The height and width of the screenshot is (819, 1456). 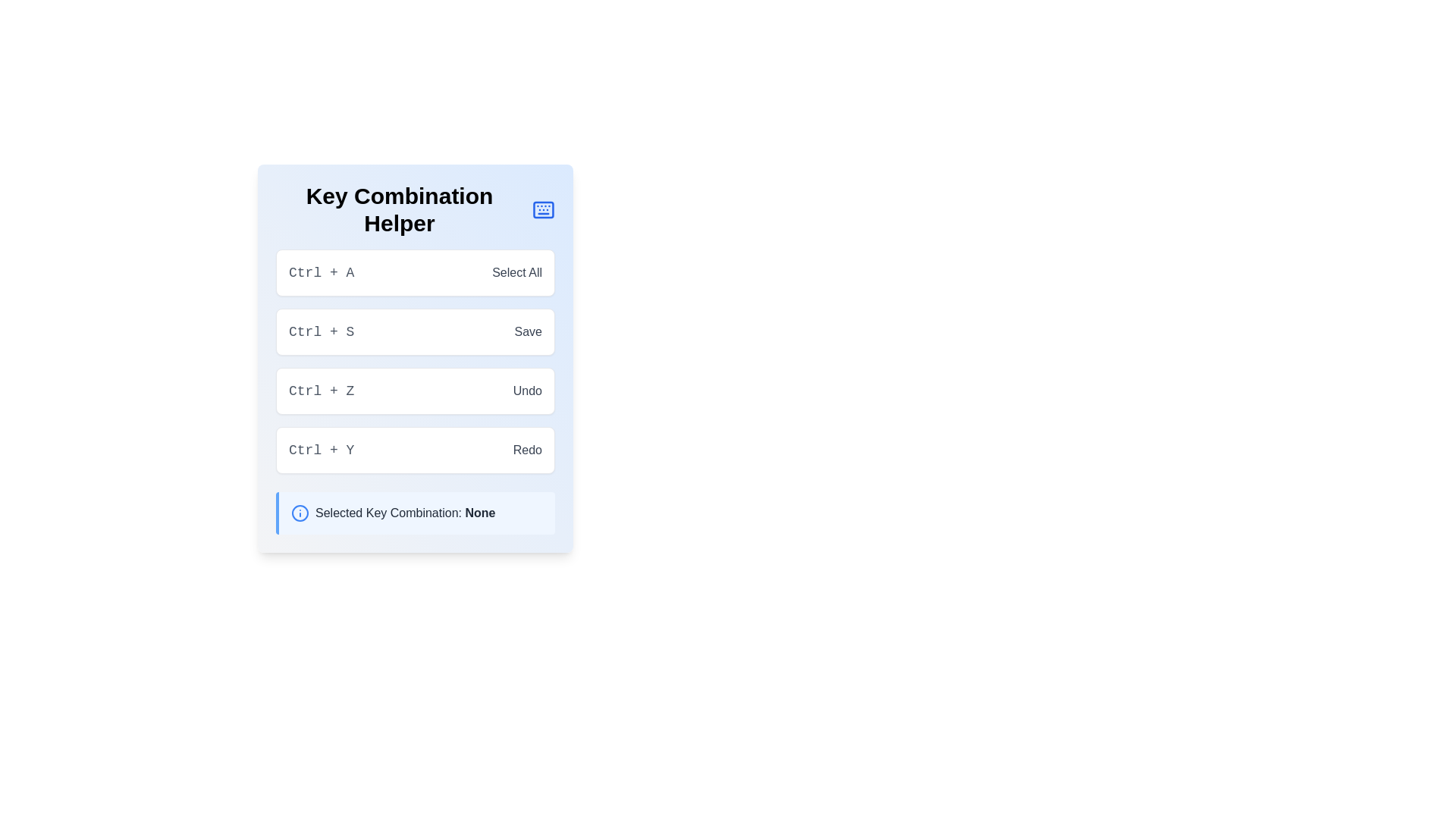 I want to click on the text label displaying 'Ctrl + S' which is styled in light gray color and is part of a shortcut combination display, so click(x=321, y=331).